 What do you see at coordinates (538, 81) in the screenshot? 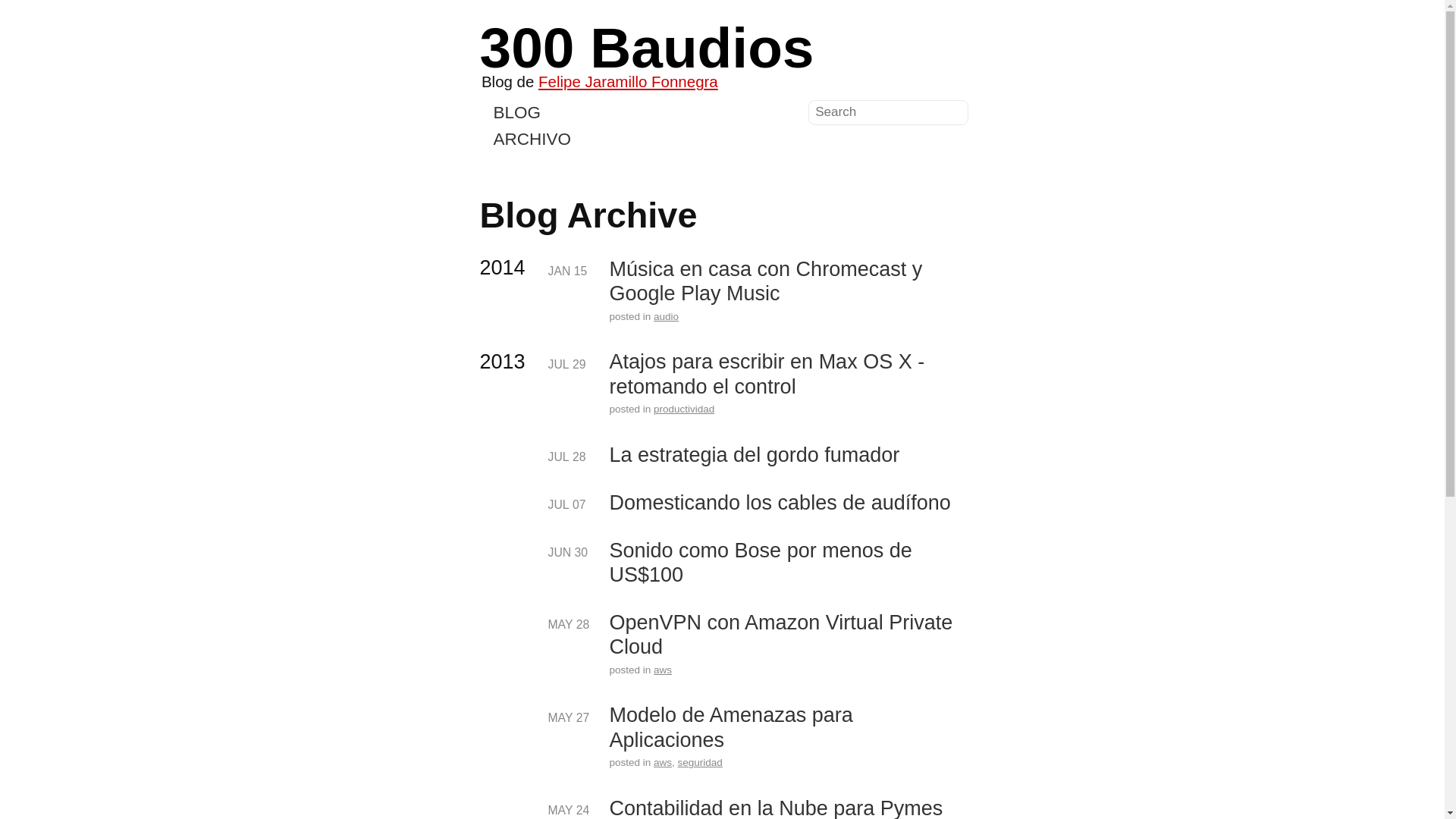
I see `'Felipe Jaramillo Fonnegra'` at bounding box center [538, 81].